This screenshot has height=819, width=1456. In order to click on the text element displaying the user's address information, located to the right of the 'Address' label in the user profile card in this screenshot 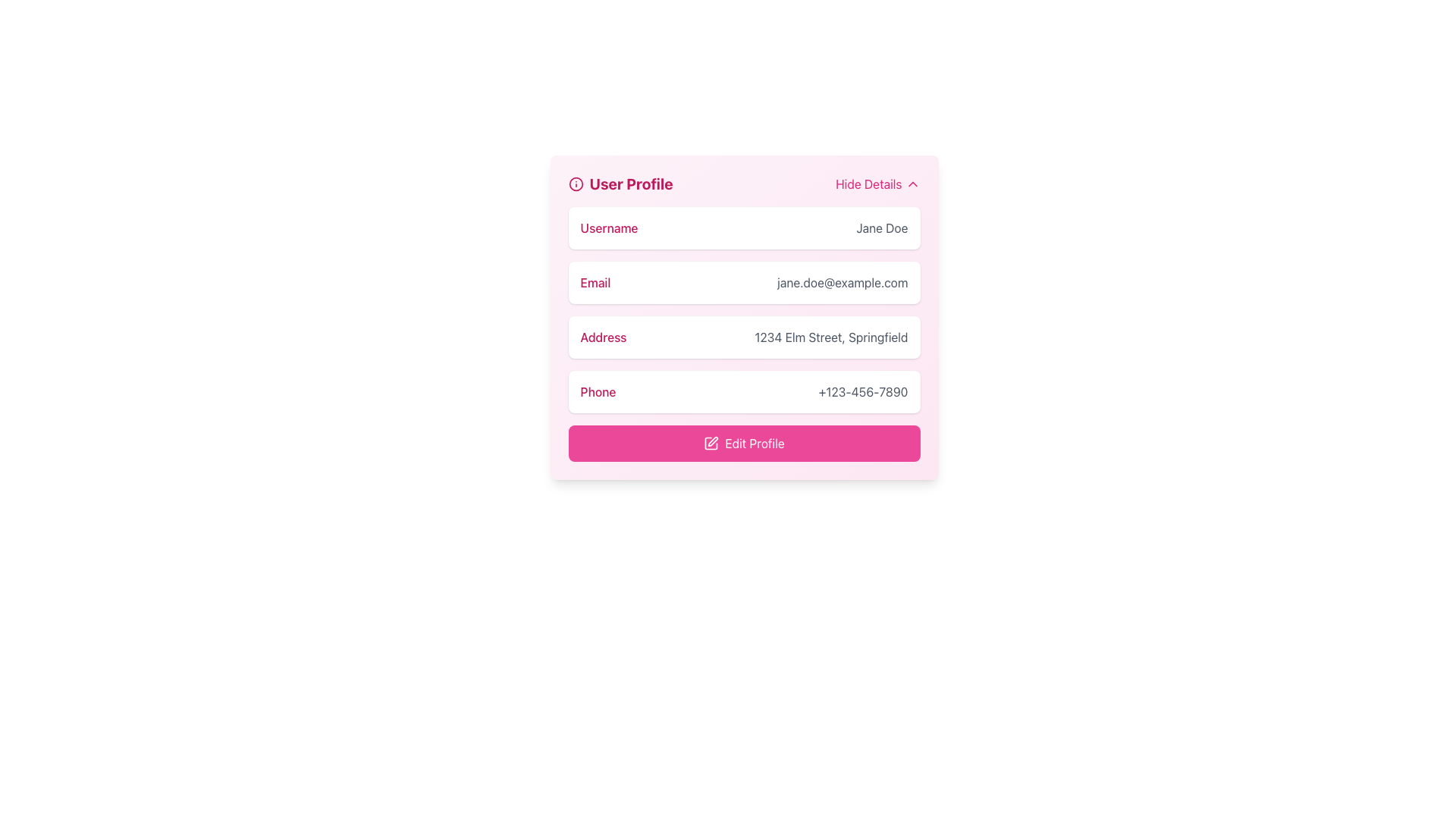, I will do `click(830, 336)`.